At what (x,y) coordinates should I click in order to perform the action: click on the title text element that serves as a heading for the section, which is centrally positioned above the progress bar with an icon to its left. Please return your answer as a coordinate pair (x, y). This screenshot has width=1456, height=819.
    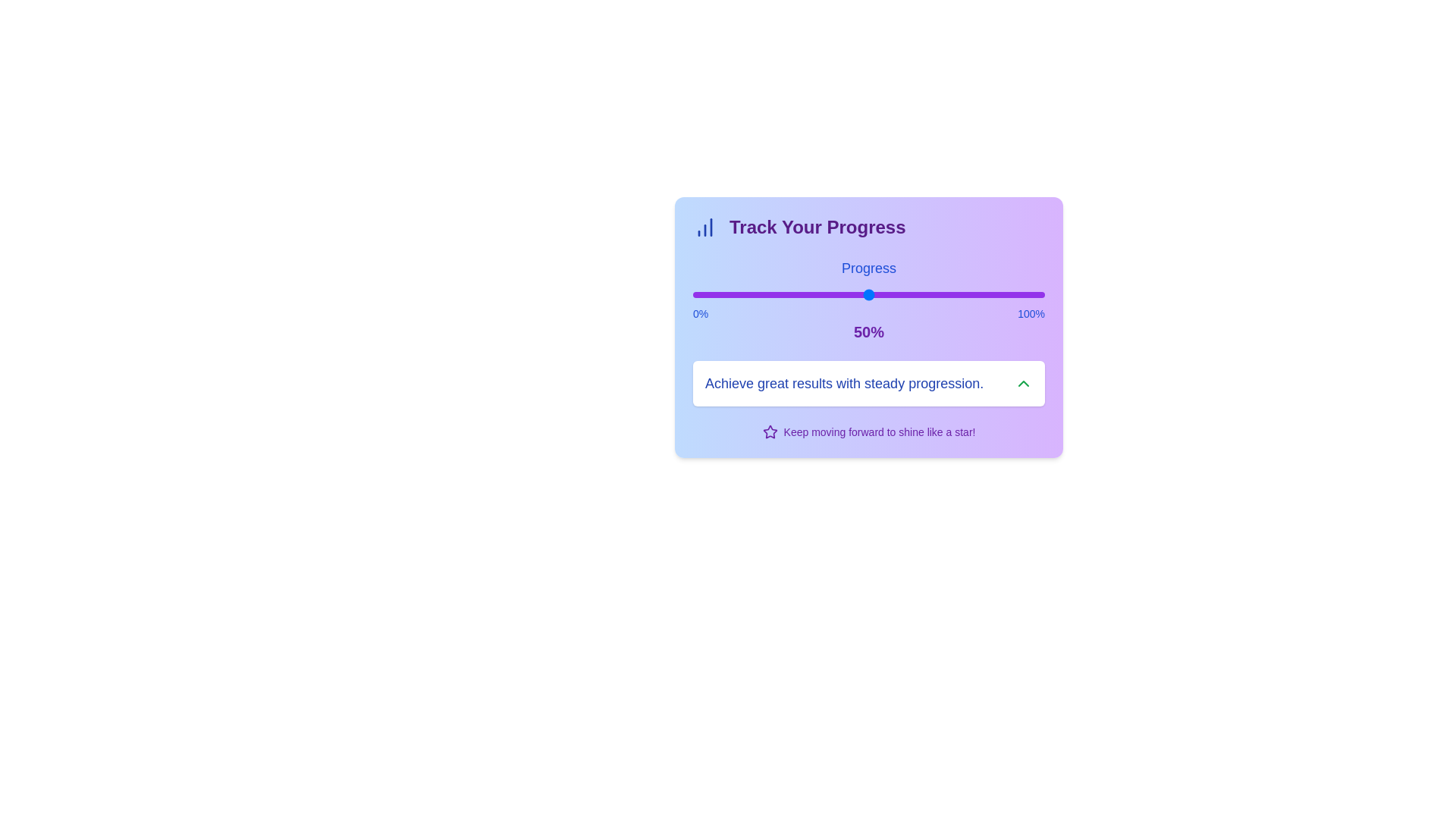
    Looking at the image, I should click on (817, 227).